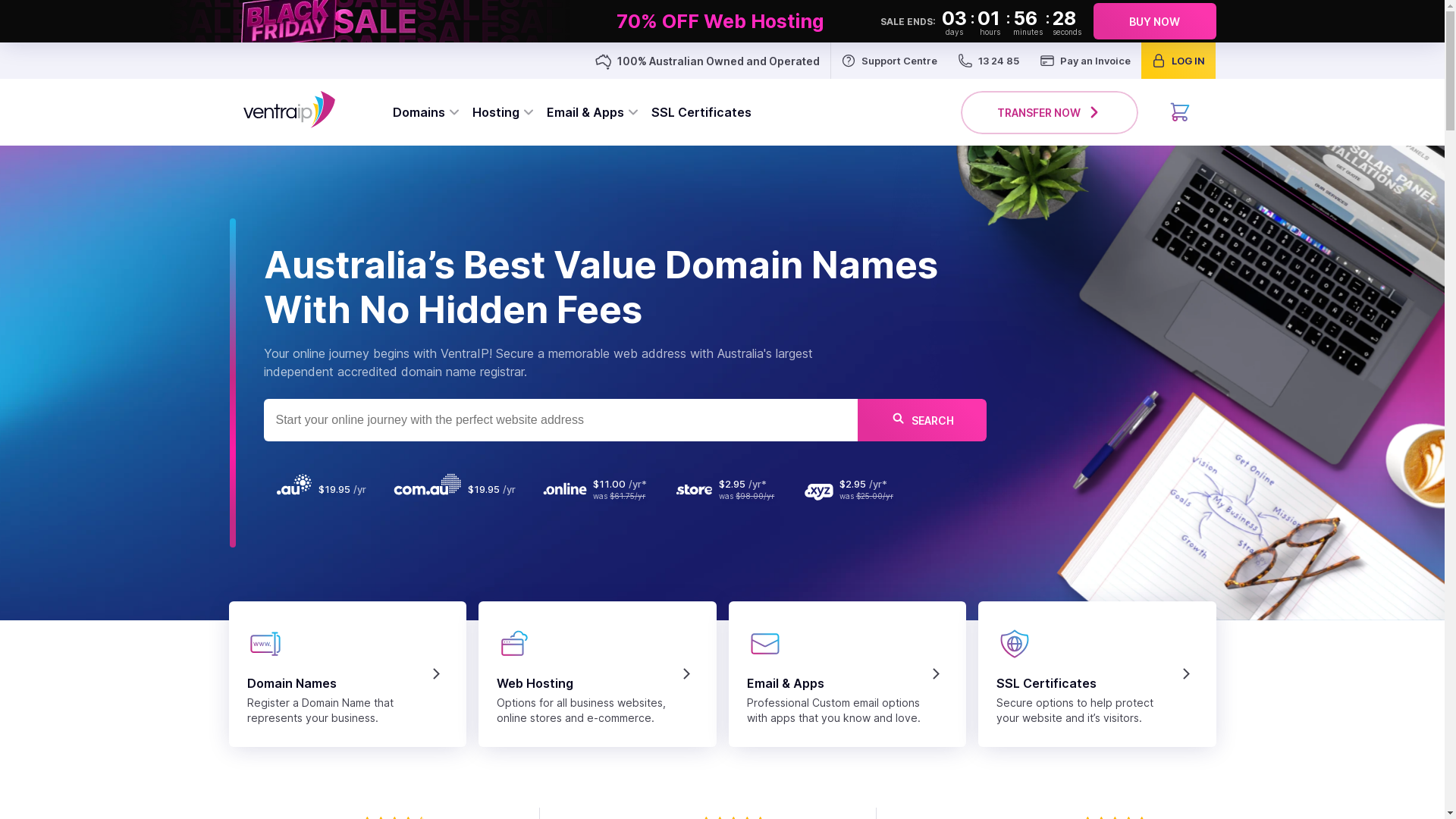 Image resolution: width=1456 pixels, height=819 pixels. Describe the element at coordinates (889, 60) in the screenshot. I see `'Support Centre'` at that location.